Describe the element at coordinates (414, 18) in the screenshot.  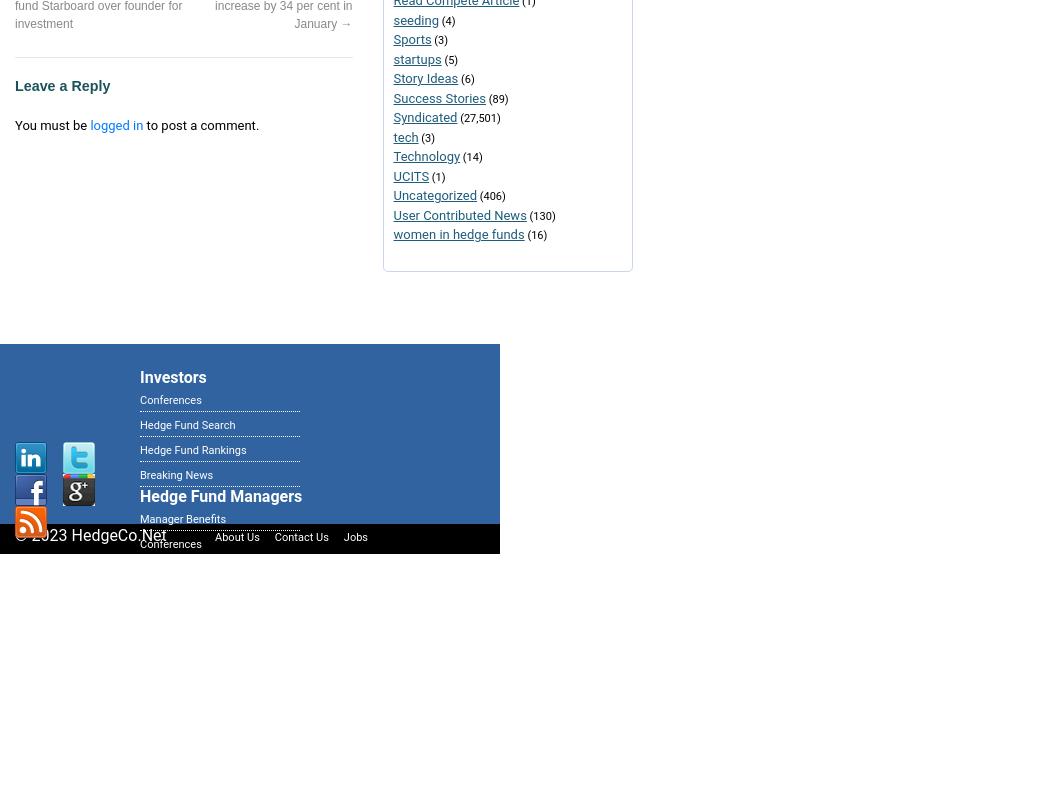
I see `'seeding'` at that location.